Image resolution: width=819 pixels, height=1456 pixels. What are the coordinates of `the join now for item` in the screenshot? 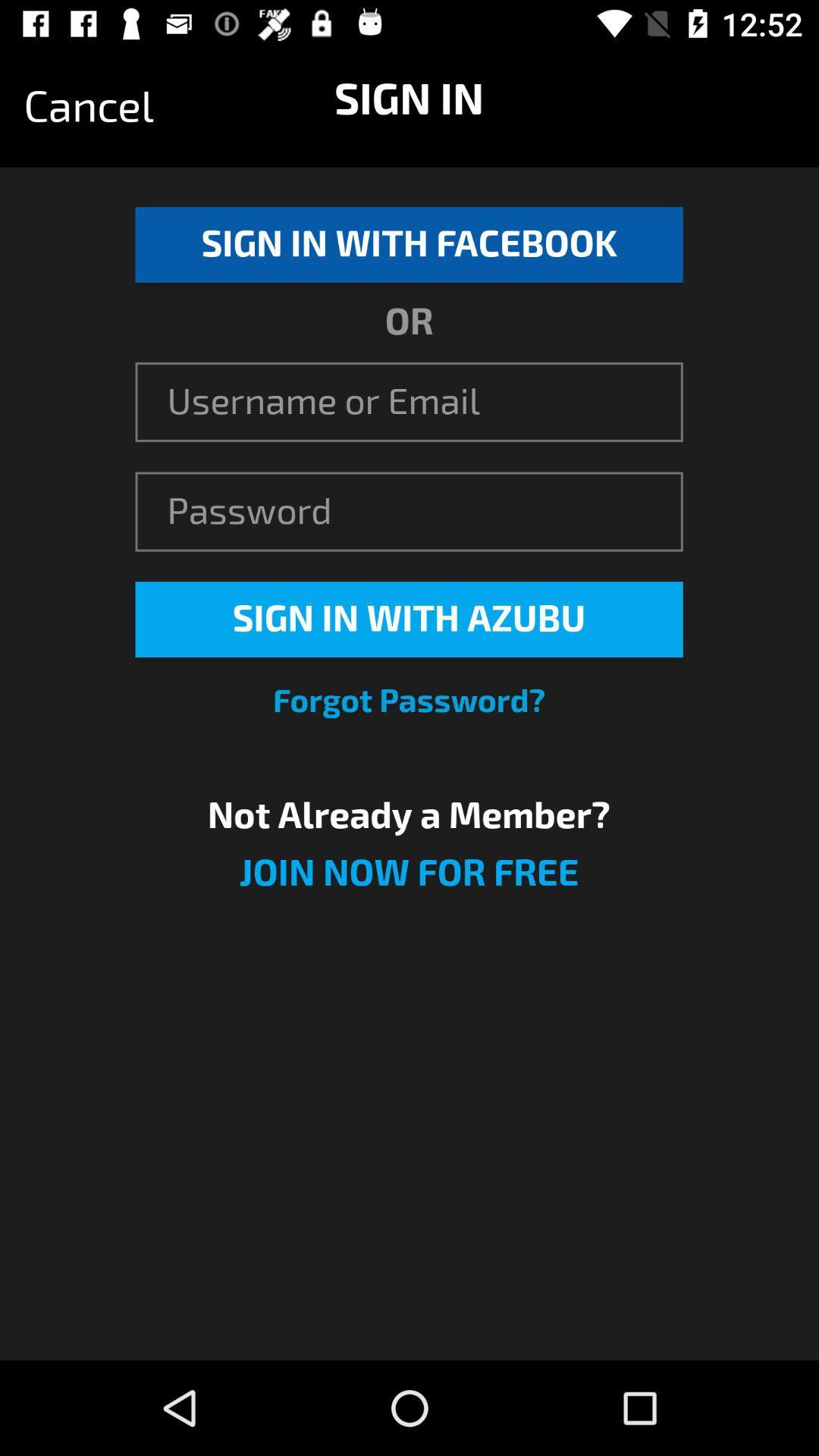 It's located at (408, 882).